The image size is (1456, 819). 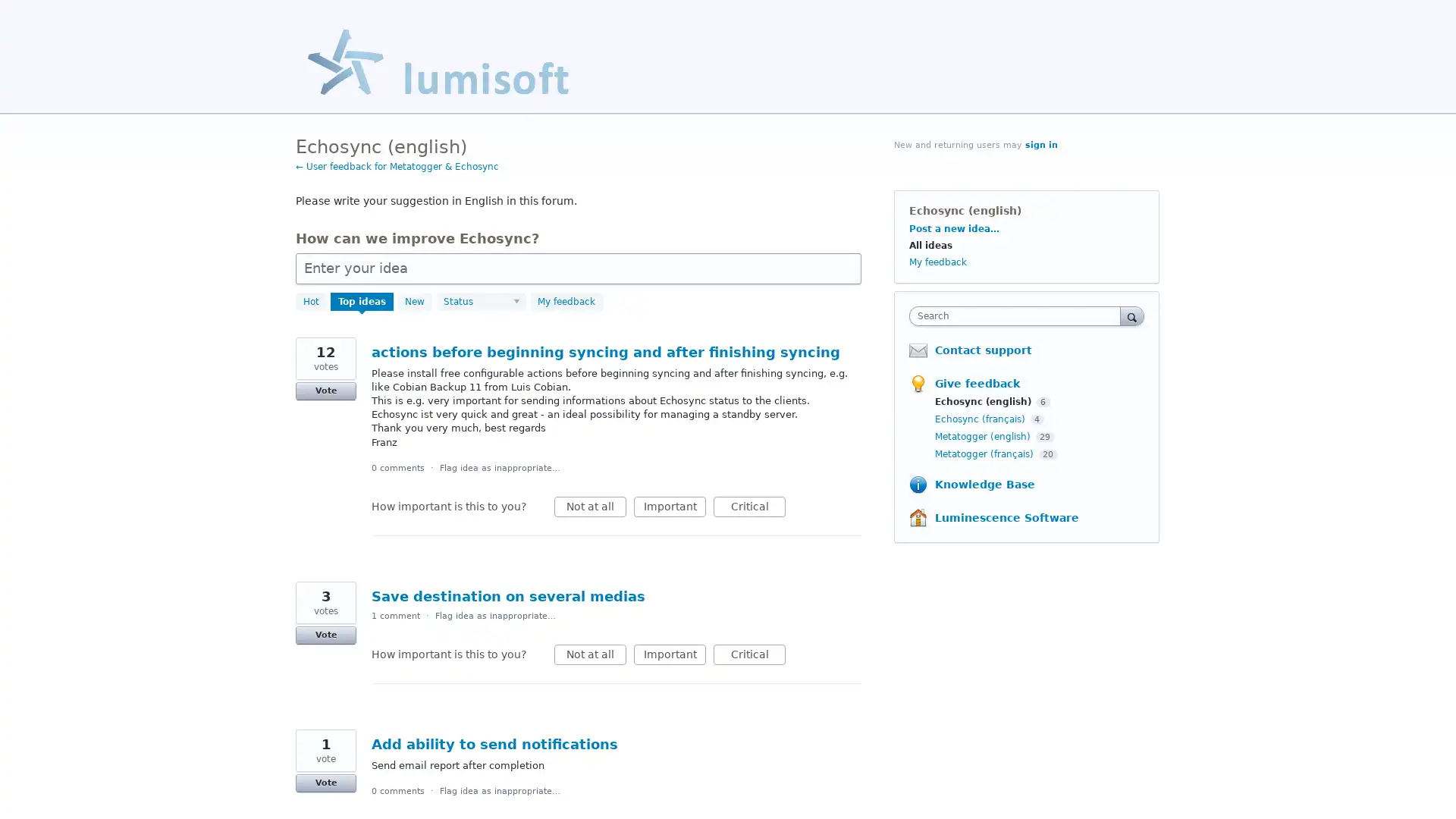 I want to click on Search, so click(x=1131, y=315).